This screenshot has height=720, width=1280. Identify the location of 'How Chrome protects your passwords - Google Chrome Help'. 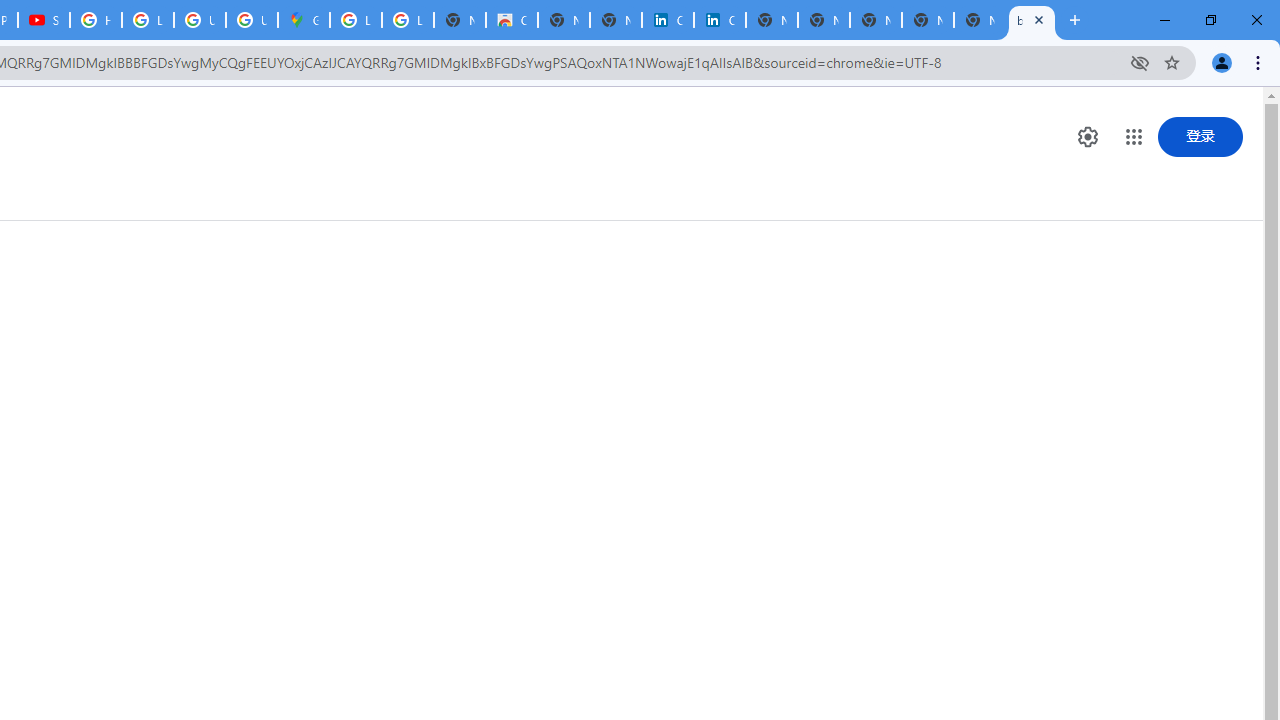
(95, 20).